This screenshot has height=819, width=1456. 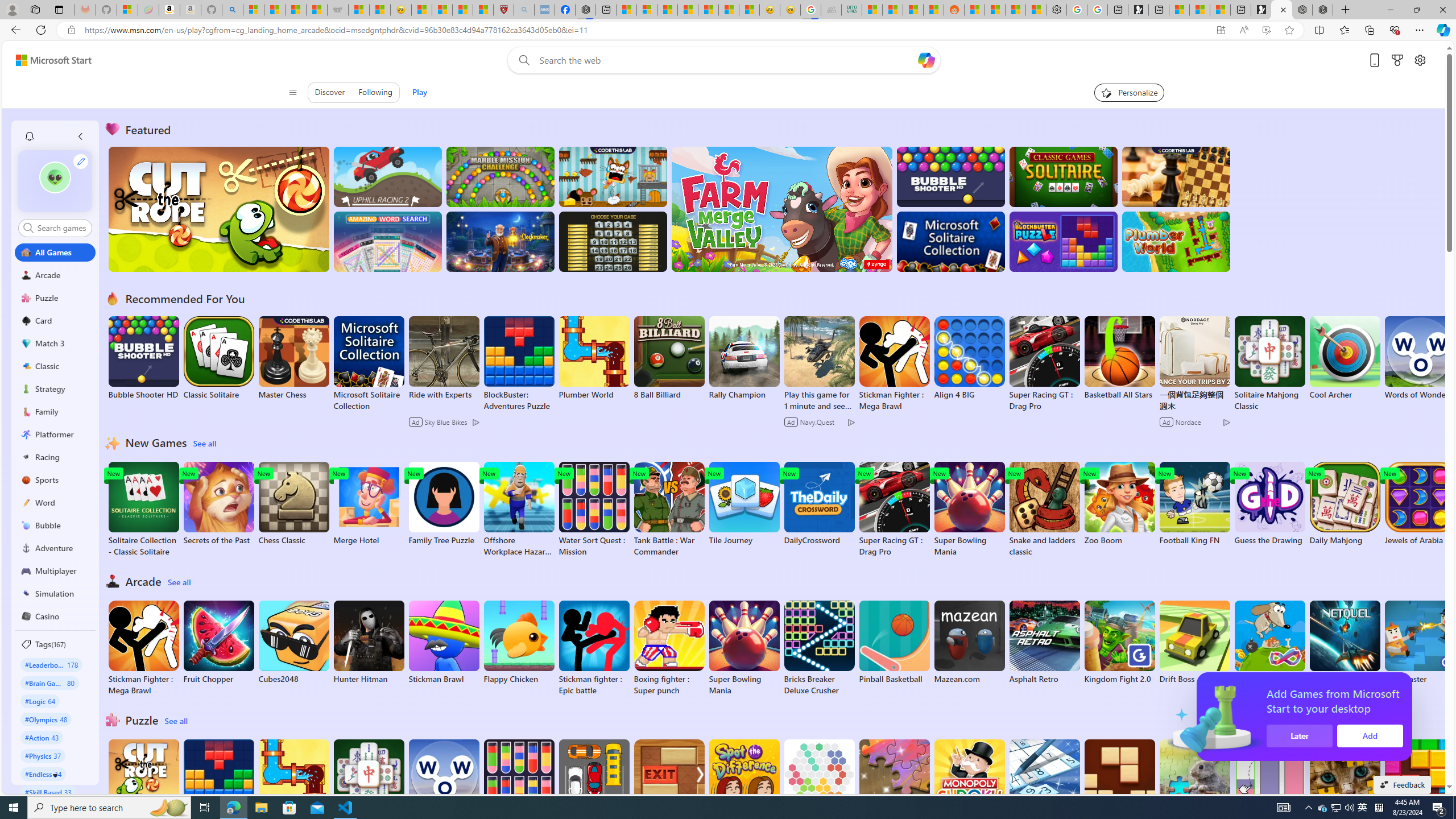 What do you see at coordinates (42, 755) in the screenshot?
I see `'#Physics 37'` at bounding box center [42, 755].